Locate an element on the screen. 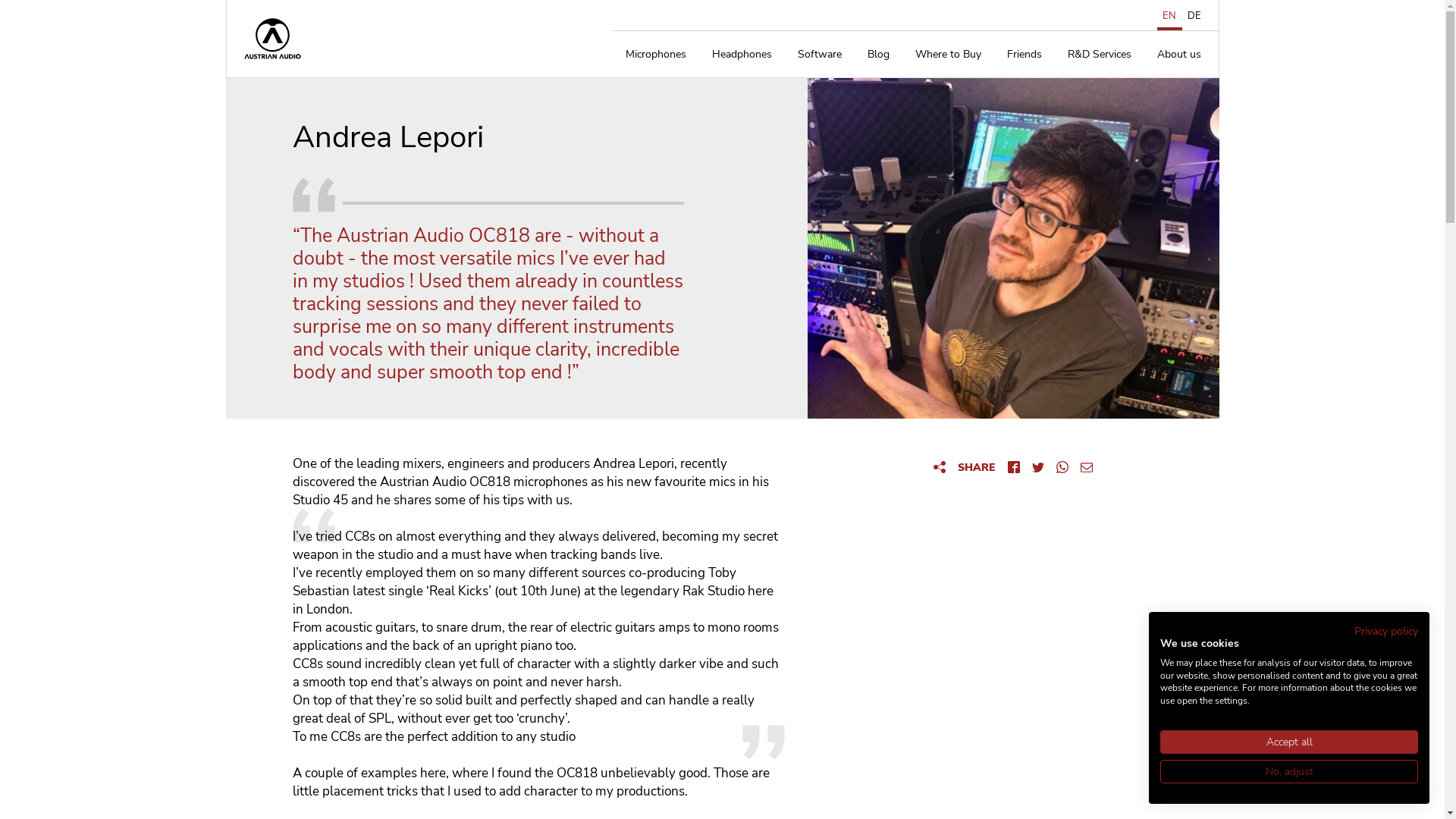 This screenshot has width=1456, height=819. 'Friends' is located at coordinates (1023, 54).